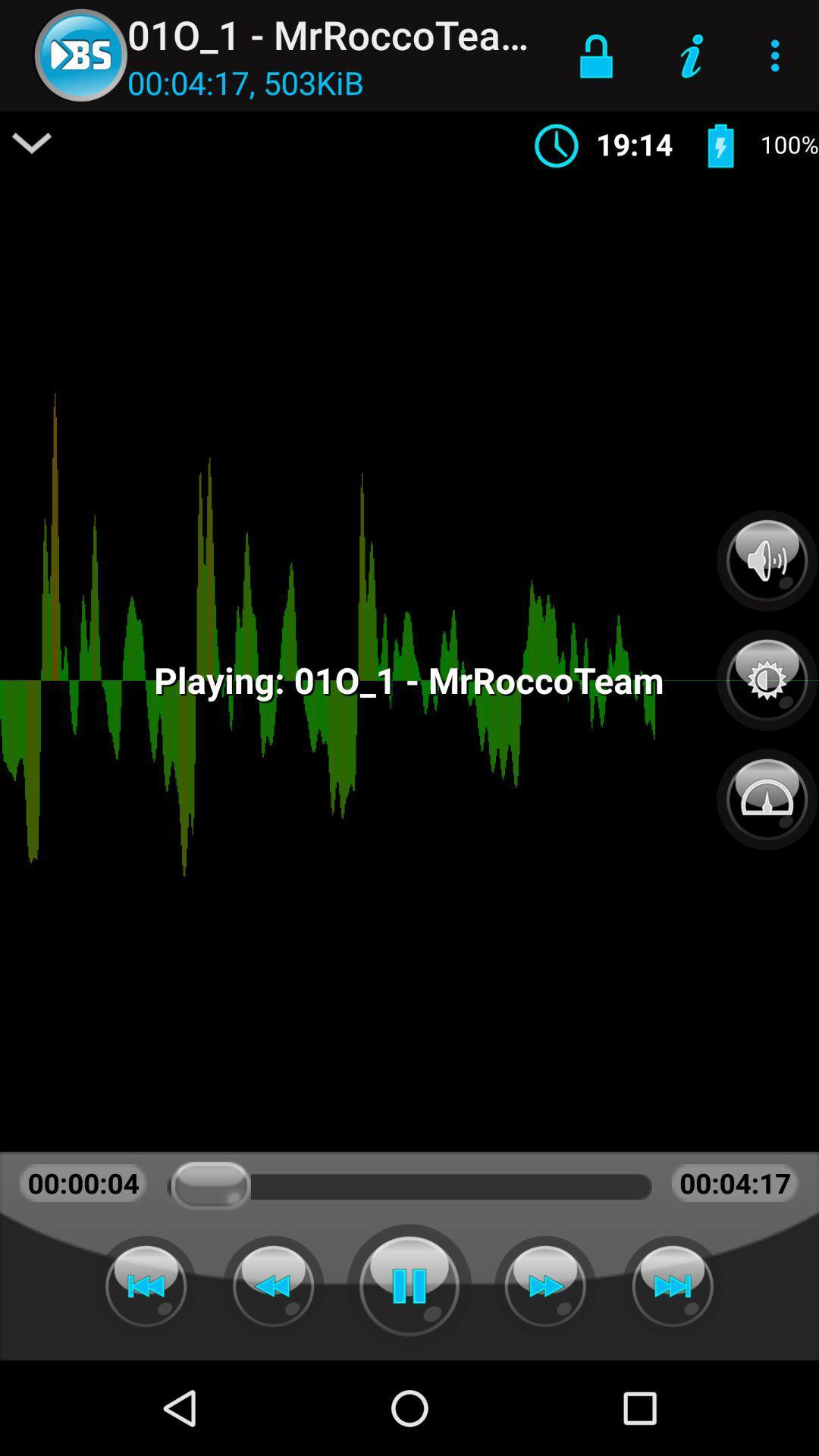 The height and width of the screenshot is (1456, 819). What do you see at coordinates (273, 1285) in the screenshot?
I see `back option` at bounding box center [273, 1285].